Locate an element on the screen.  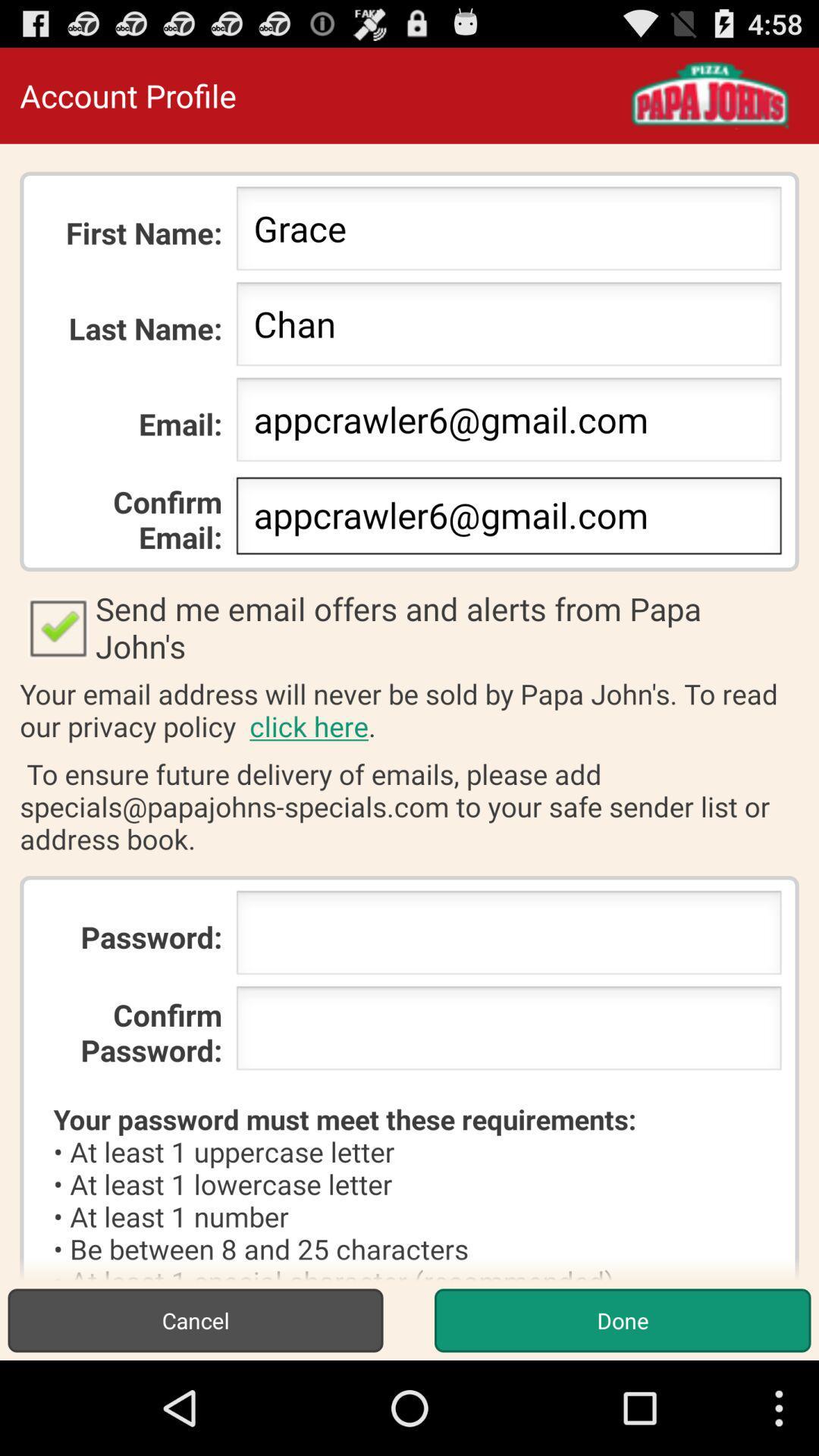
the send me email is located at coordinates (409, 627).